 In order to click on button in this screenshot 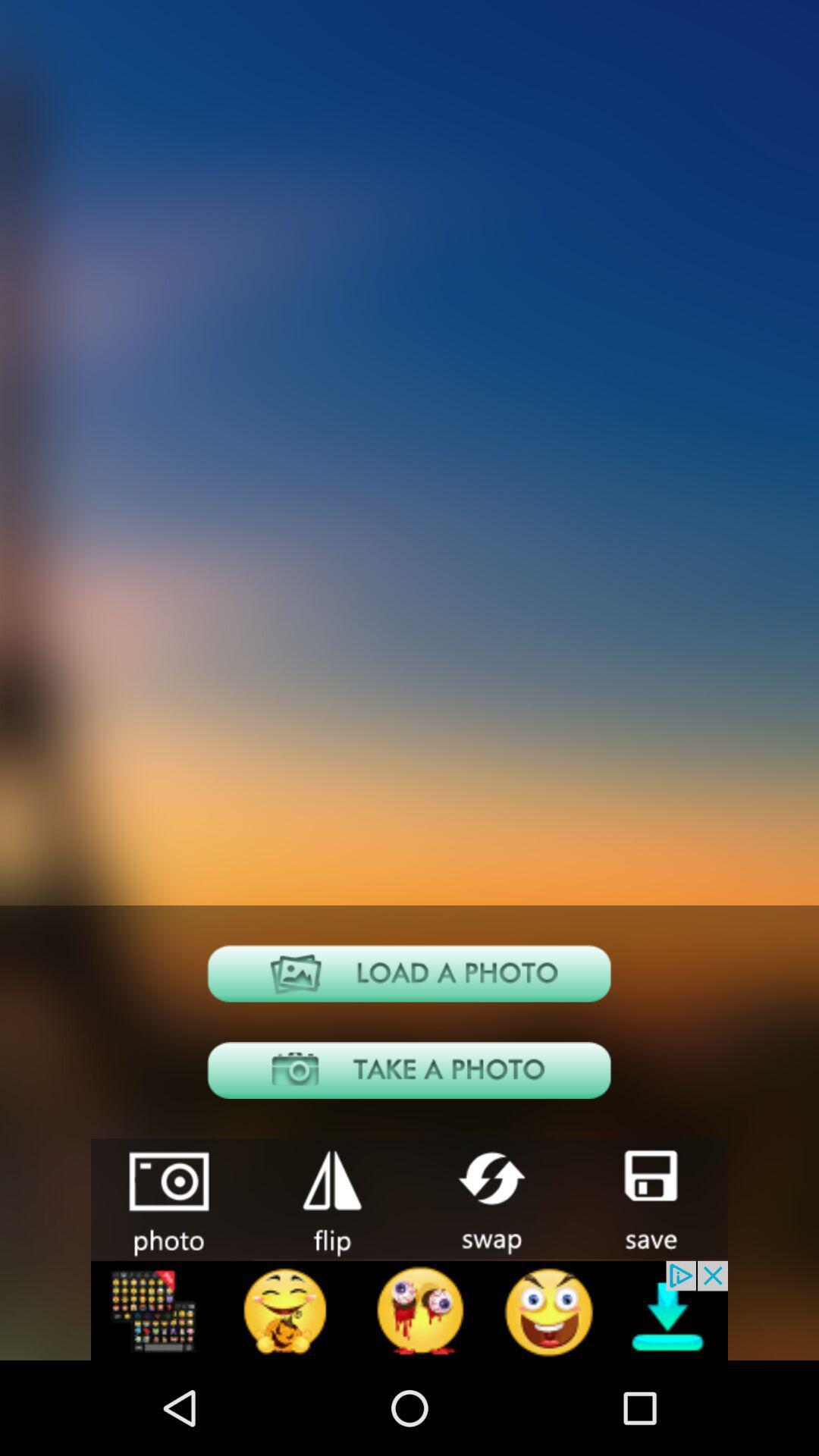, I will do `click(648, 1197)`.